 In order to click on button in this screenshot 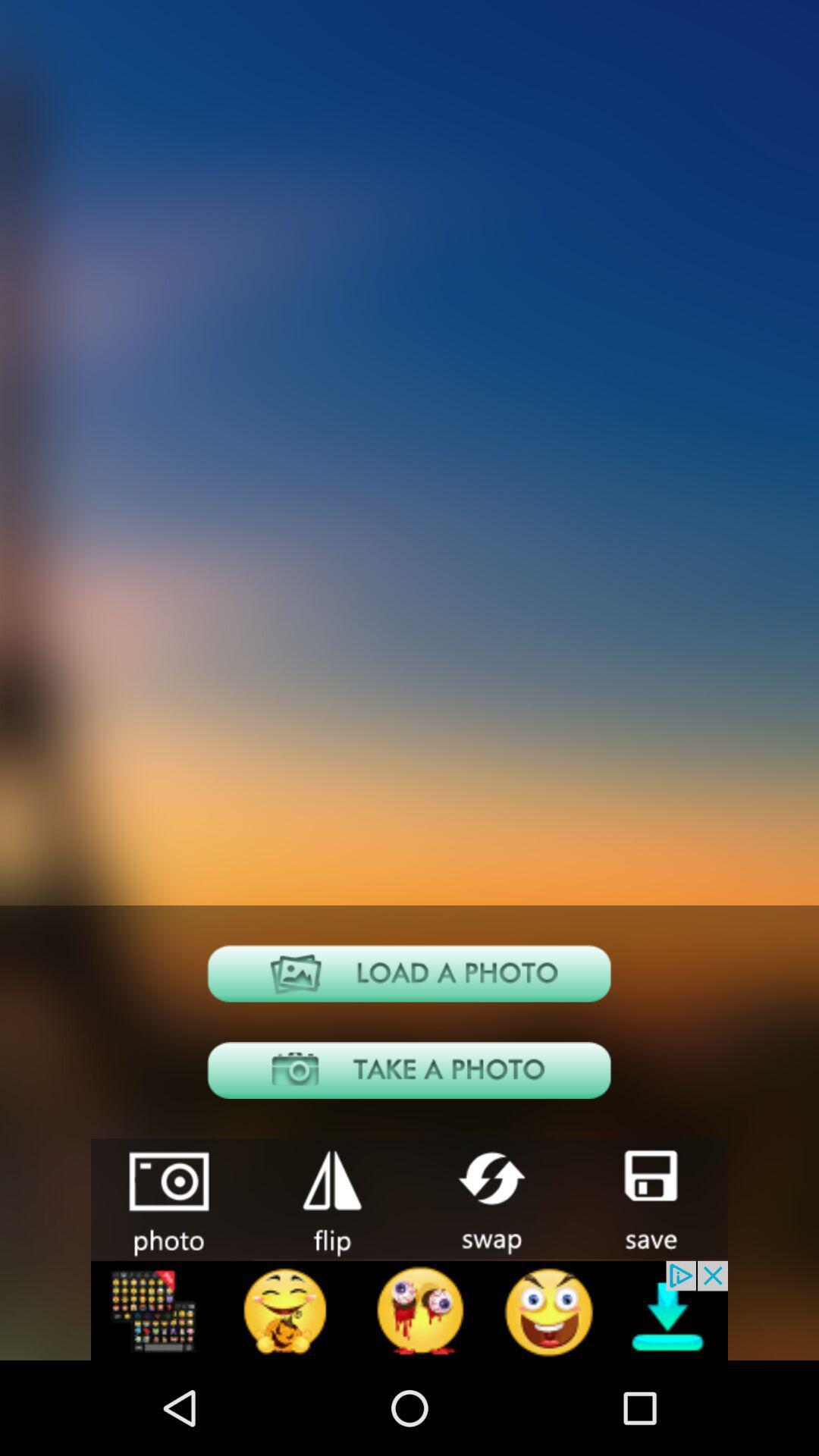, I will do `click(648, 1197)`.